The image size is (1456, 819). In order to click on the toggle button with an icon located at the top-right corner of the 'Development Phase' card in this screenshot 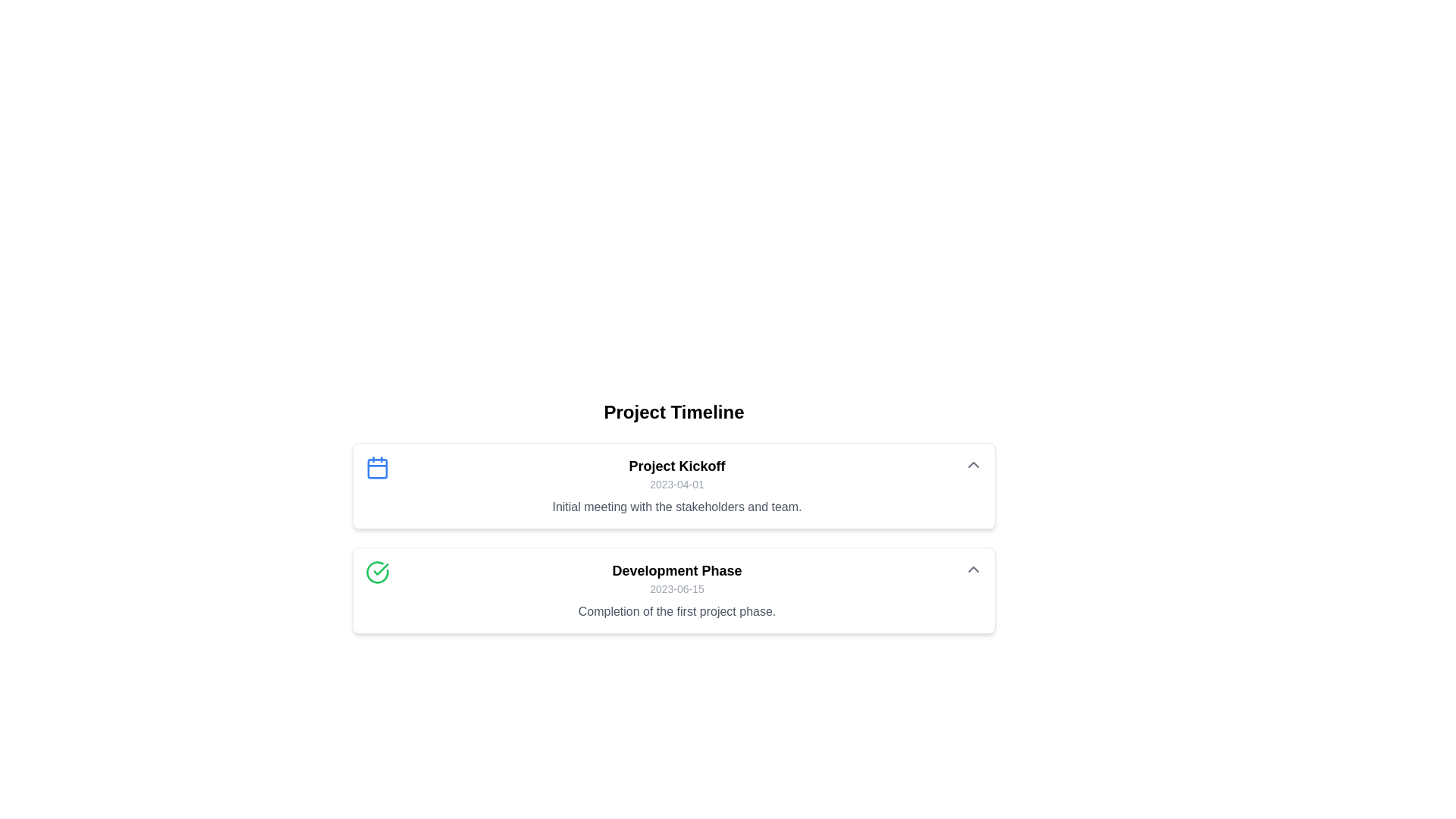, I will do `click(973, 570)`.